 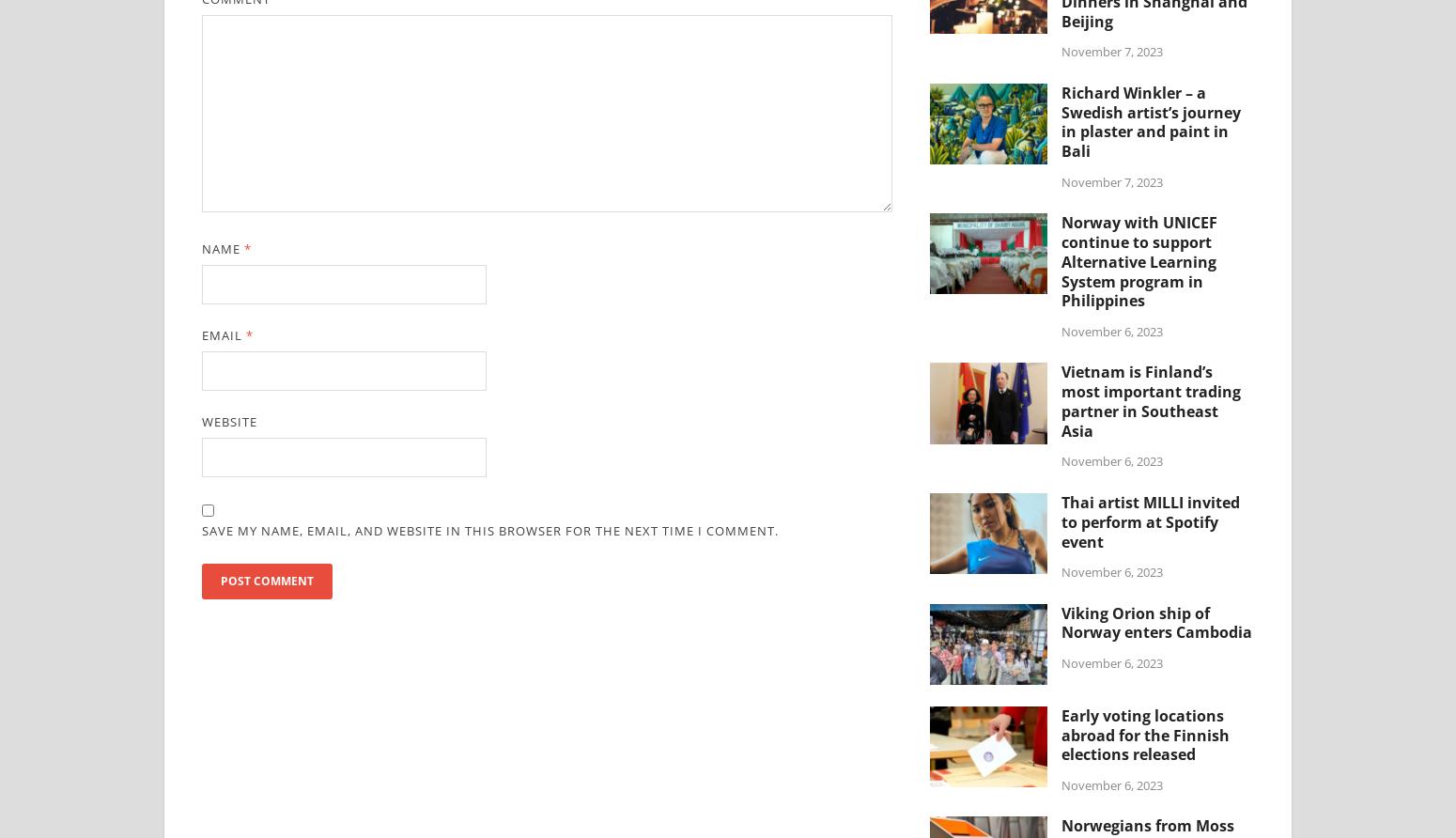 What do you see at coordinates (1151, 120) in the screenshot?
I see `'Richard Winkler – a Swedish artist’s journey in plaster and paint in Bali'` at bounding box center [1151, 120].